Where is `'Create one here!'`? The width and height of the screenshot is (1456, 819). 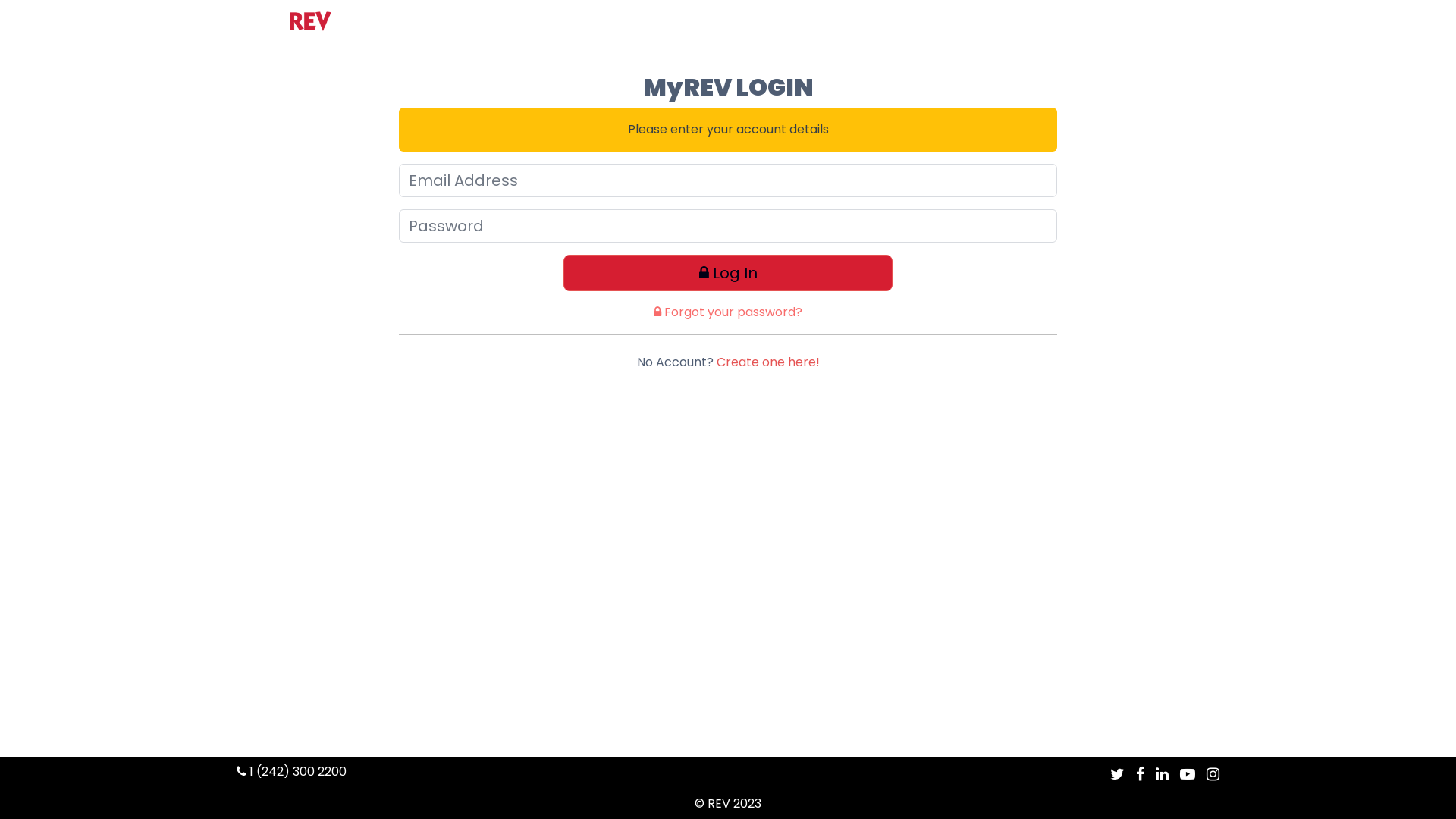
'Create one here!' is located at coordinates (767, 362).